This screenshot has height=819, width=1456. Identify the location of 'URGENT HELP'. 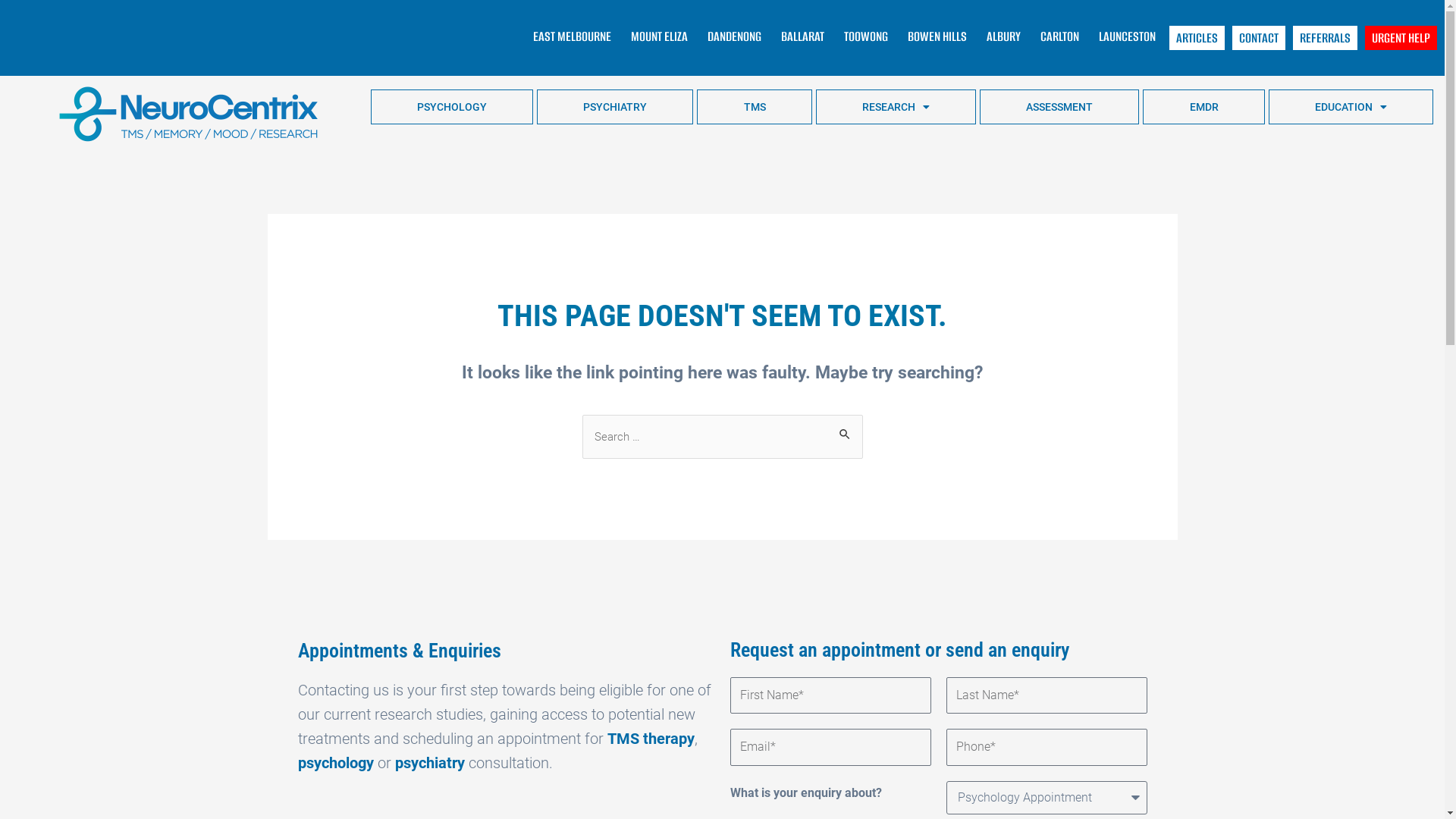
(1400, 37).